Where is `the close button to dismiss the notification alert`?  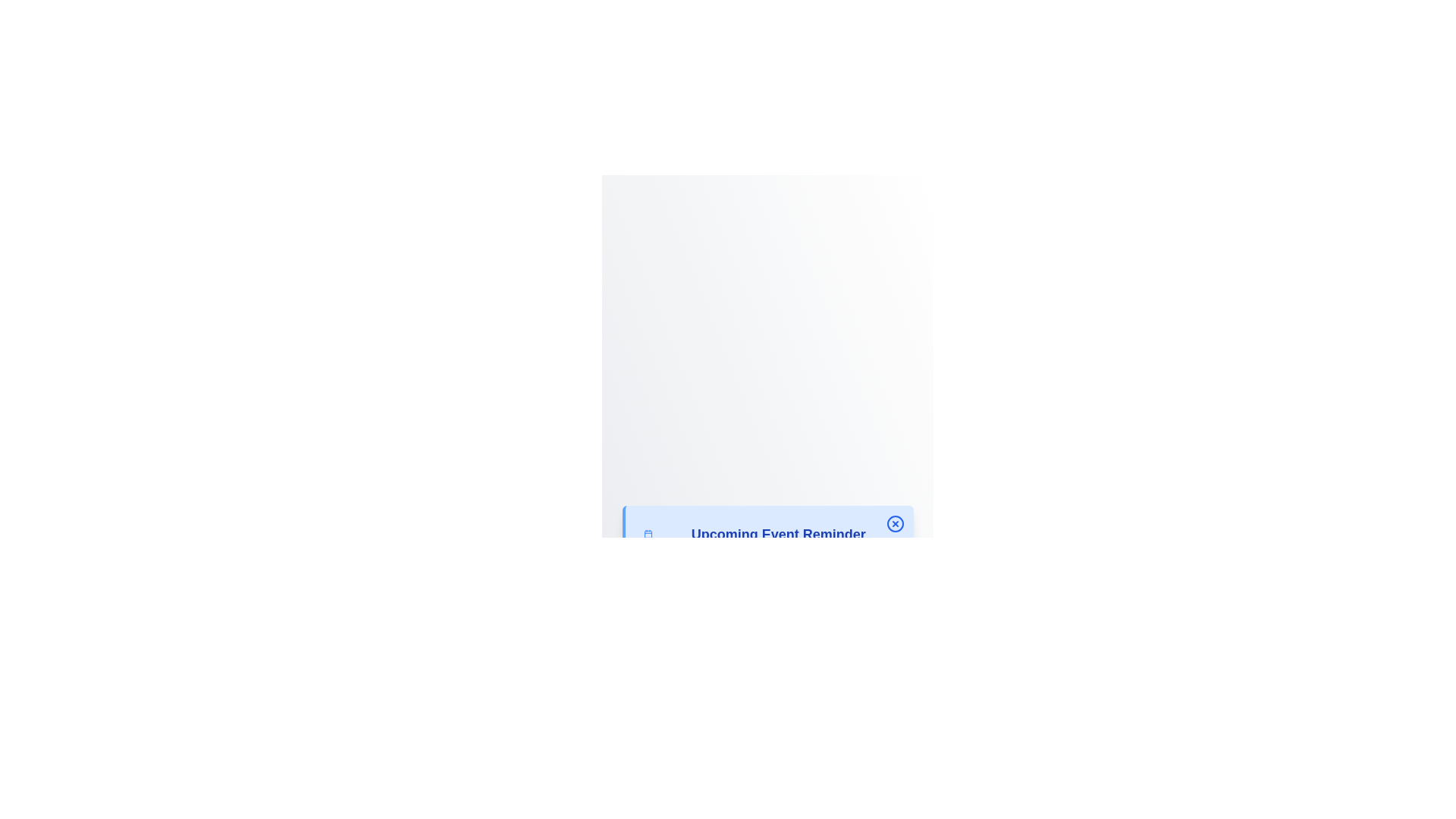
the close button to dismiss the notification alert is located at coordinates (895, 522).